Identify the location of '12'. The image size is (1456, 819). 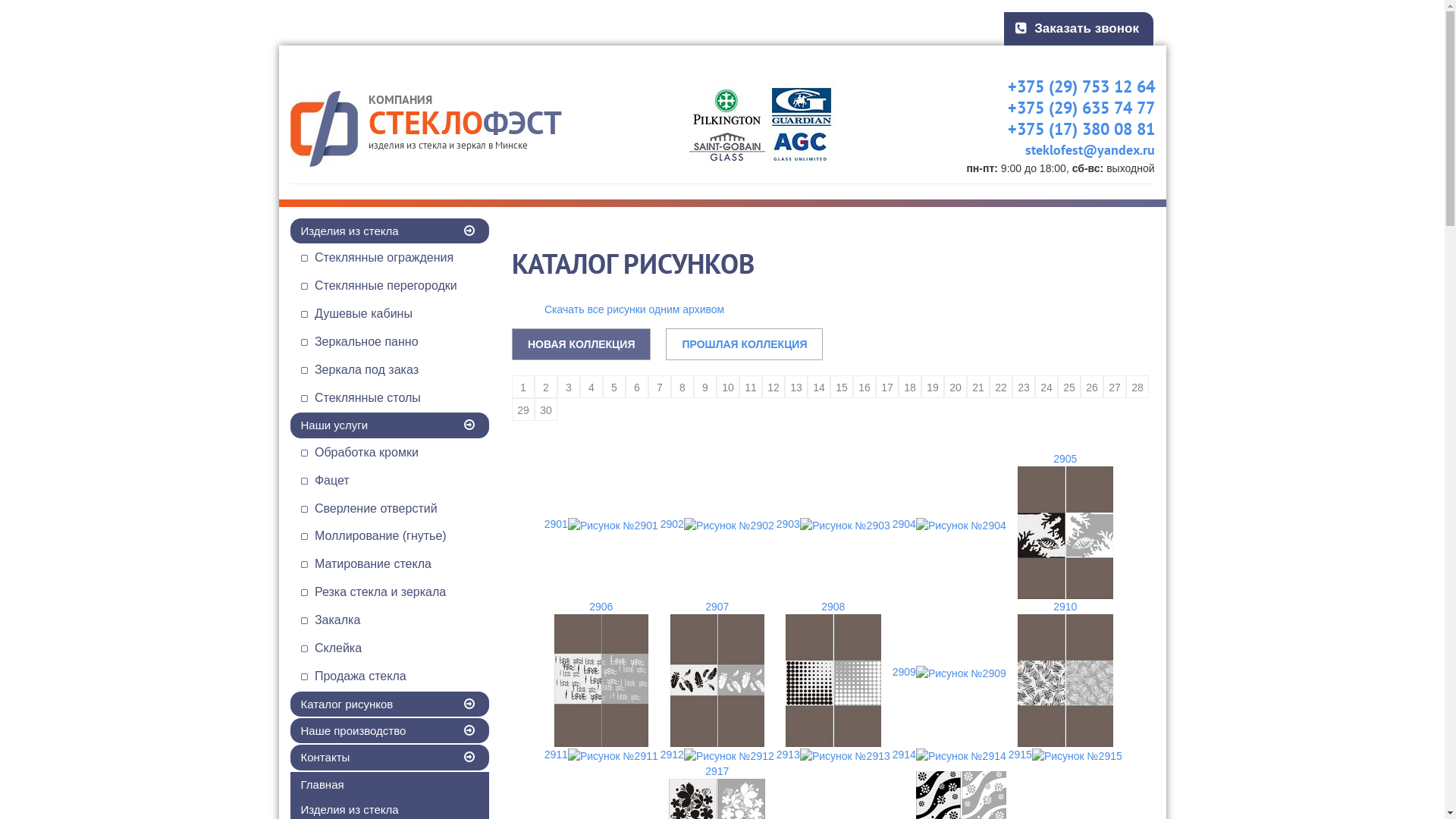
(773, 385).